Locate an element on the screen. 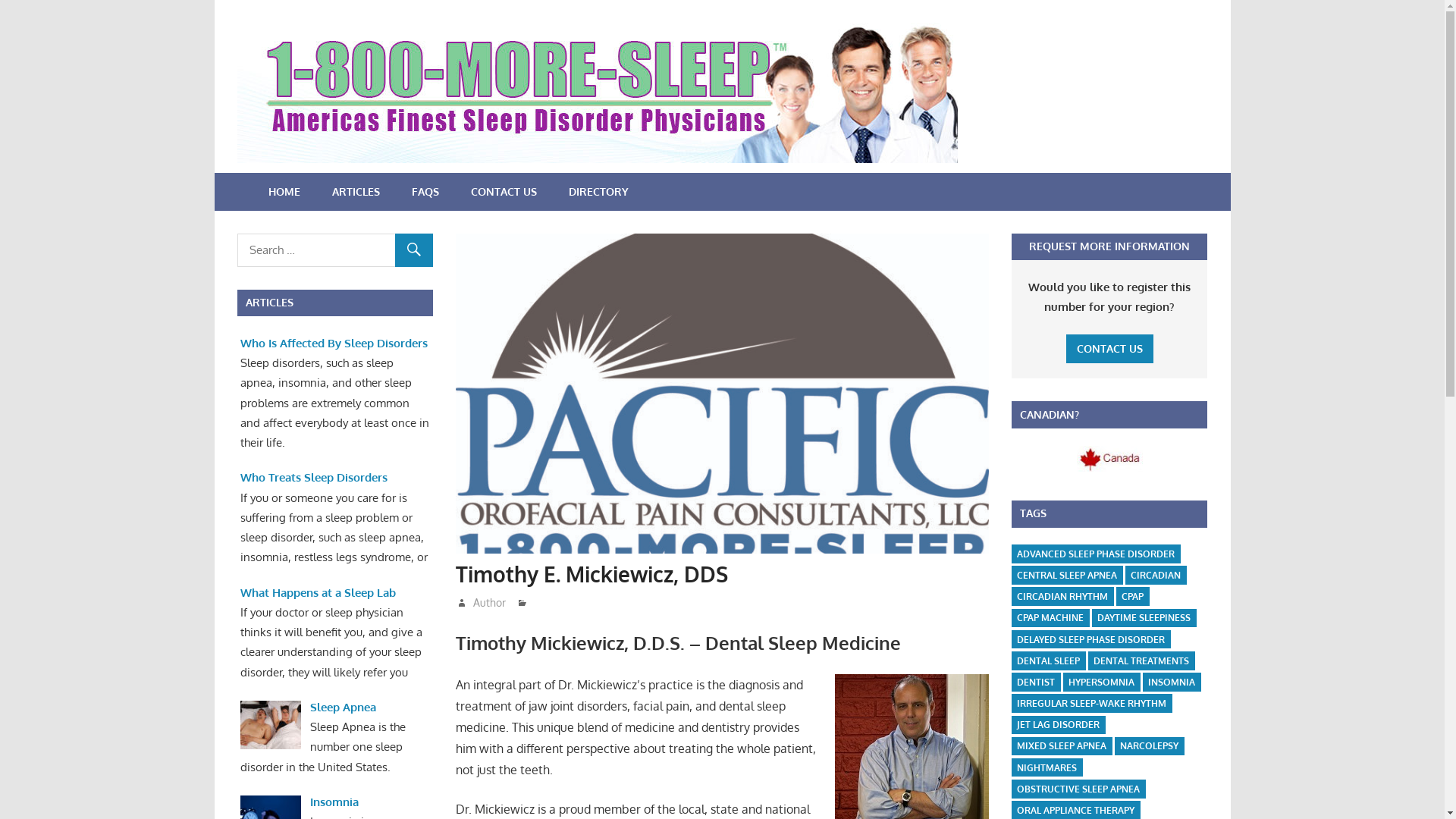  'CONTACT US' is located at coordinates (1109, 349).